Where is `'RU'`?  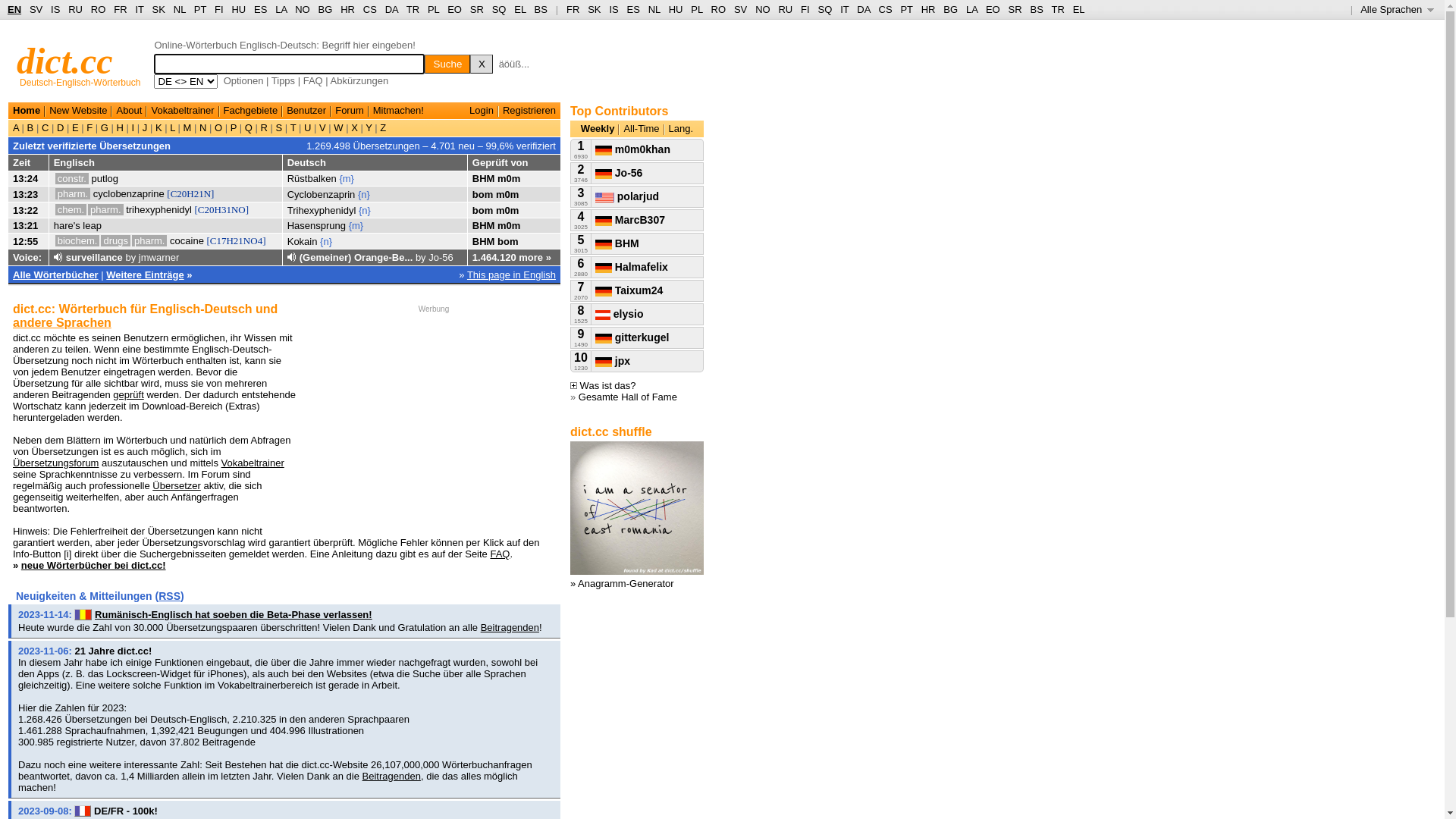 'RU' is located at coordinates (785, 9).